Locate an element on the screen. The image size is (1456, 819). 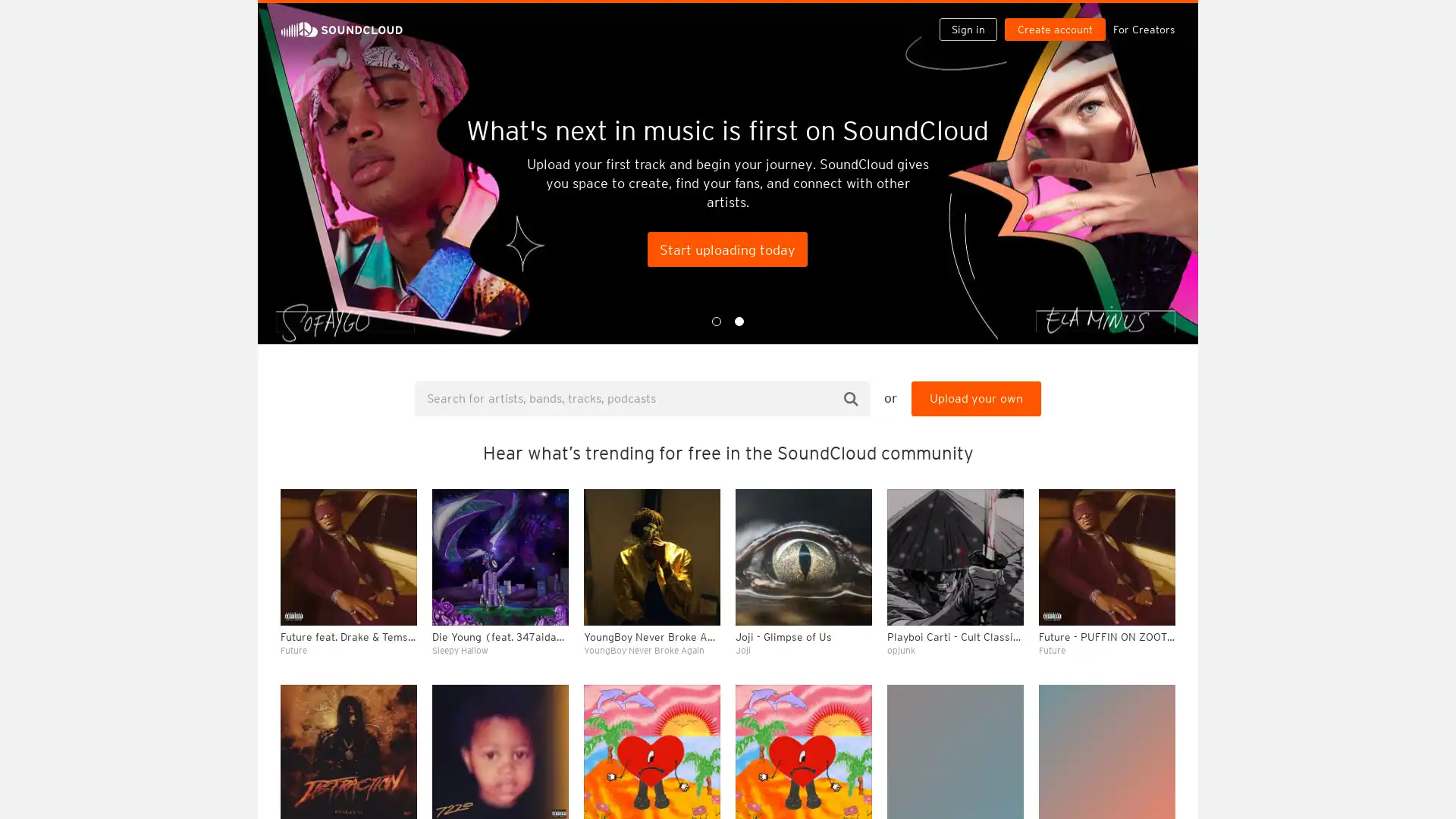
Sign in is located at coordinates (967, 29).